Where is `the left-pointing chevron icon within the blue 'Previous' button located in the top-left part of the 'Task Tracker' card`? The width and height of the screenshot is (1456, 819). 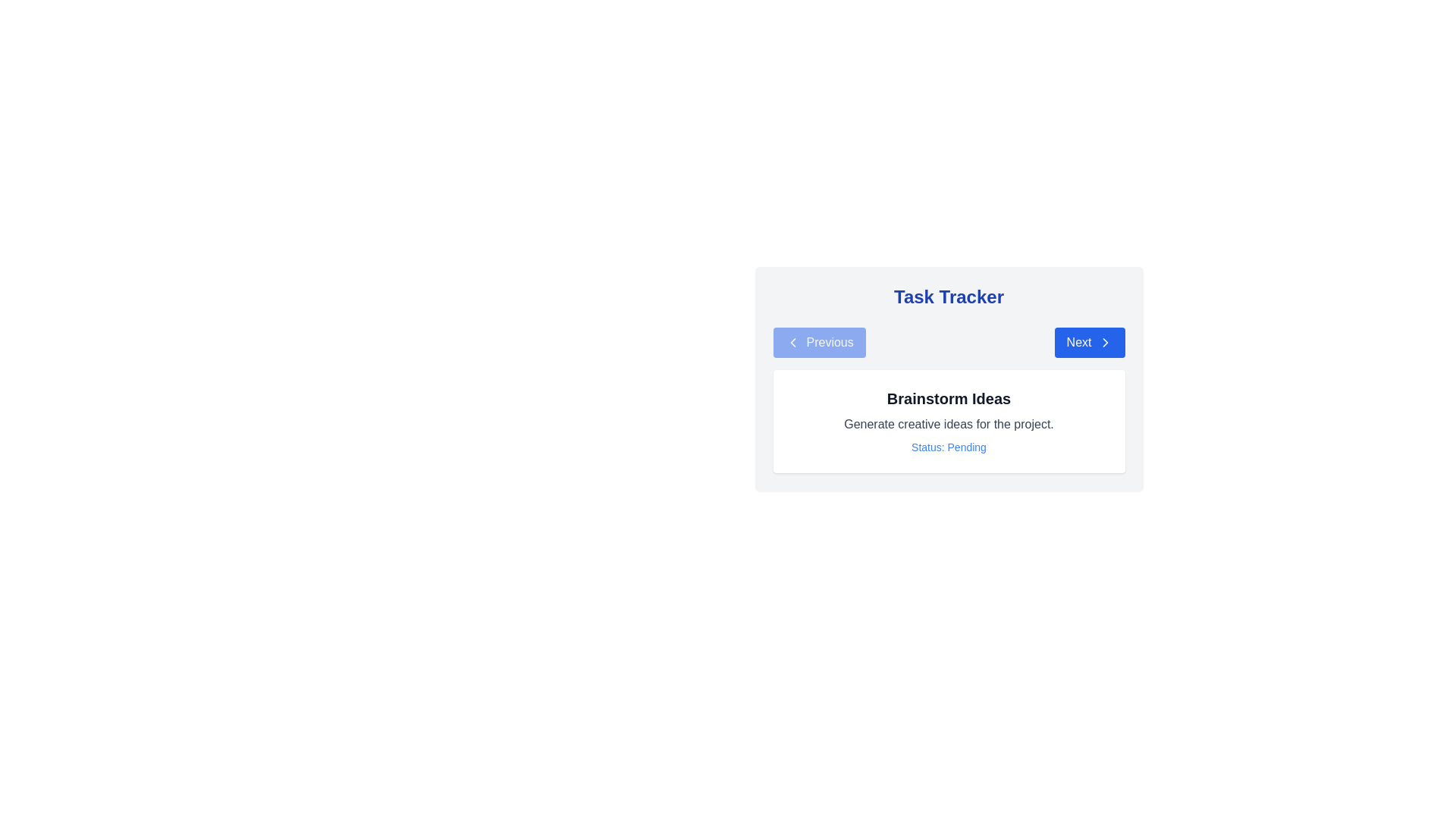 the left-pointing chevron icon within the blue 'Previous' button located in the top-left part of the 'Task Tracker' card is located at coordinates (792, 342).